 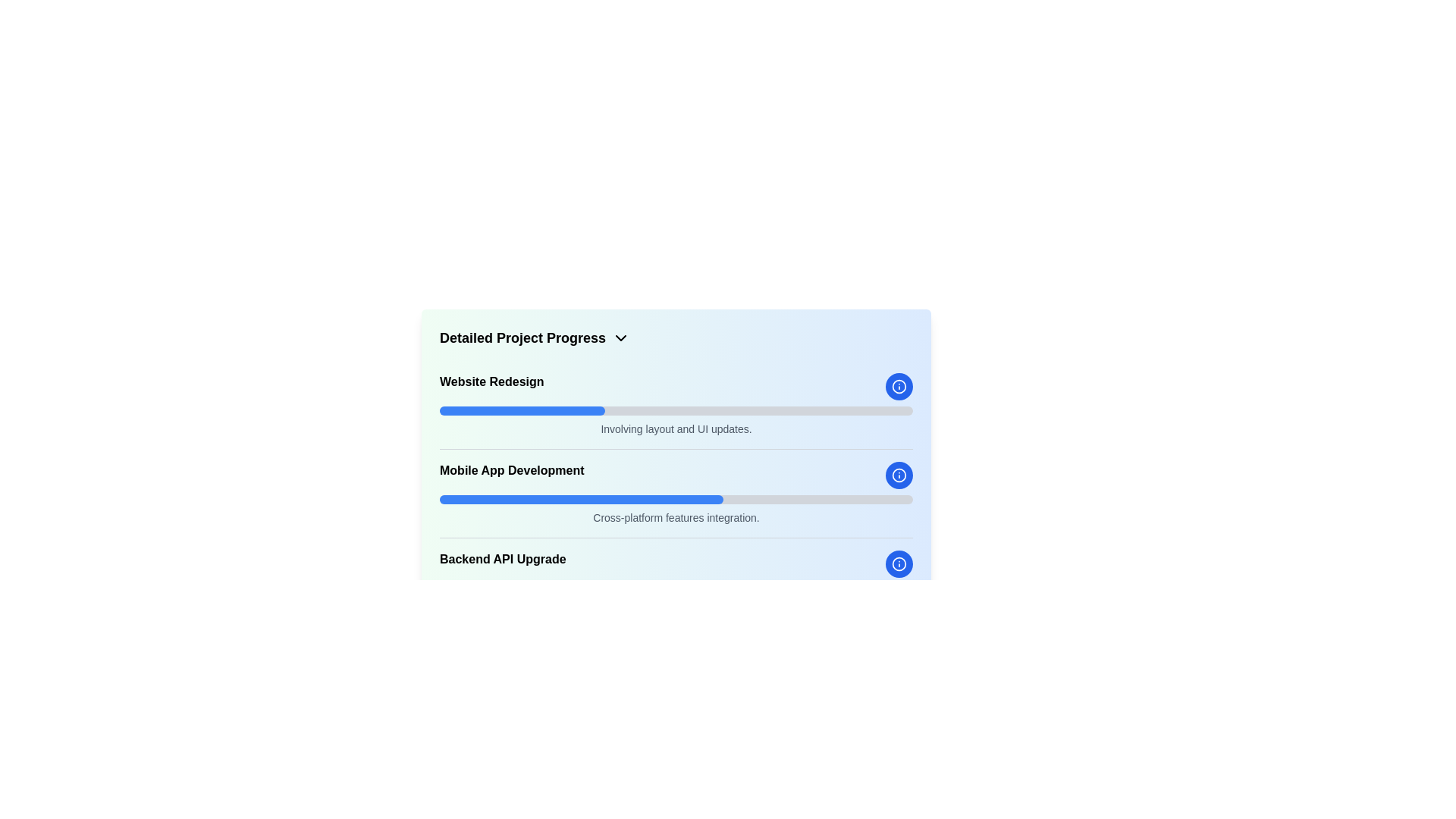 What do you see at coordinates (676, 494) in the screenshot?
I see `the 'Mobile App Development' project progress section` at bounding box center [676, 494].